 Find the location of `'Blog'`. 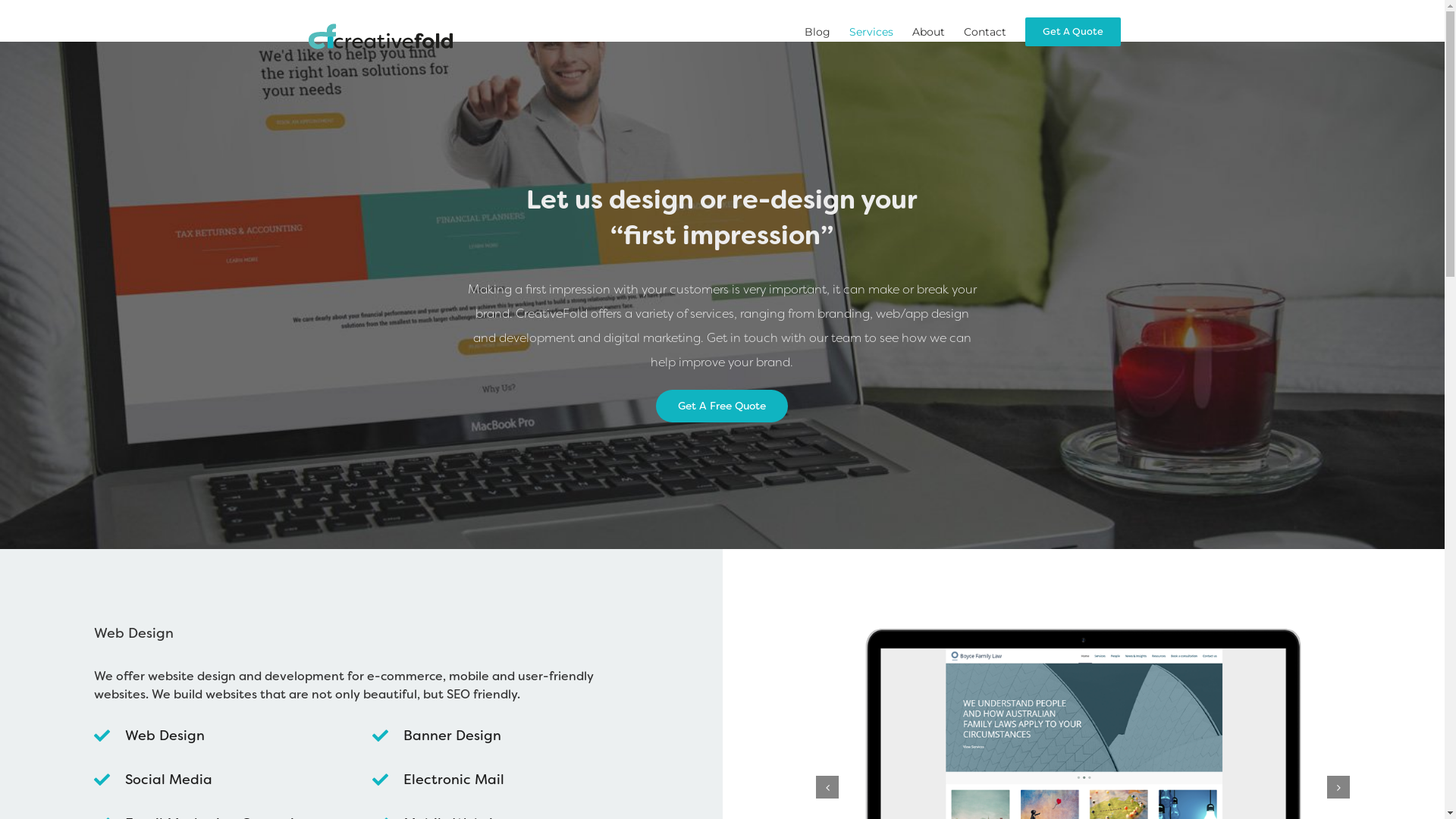

'Blog' is located at coordinates (815, 31).